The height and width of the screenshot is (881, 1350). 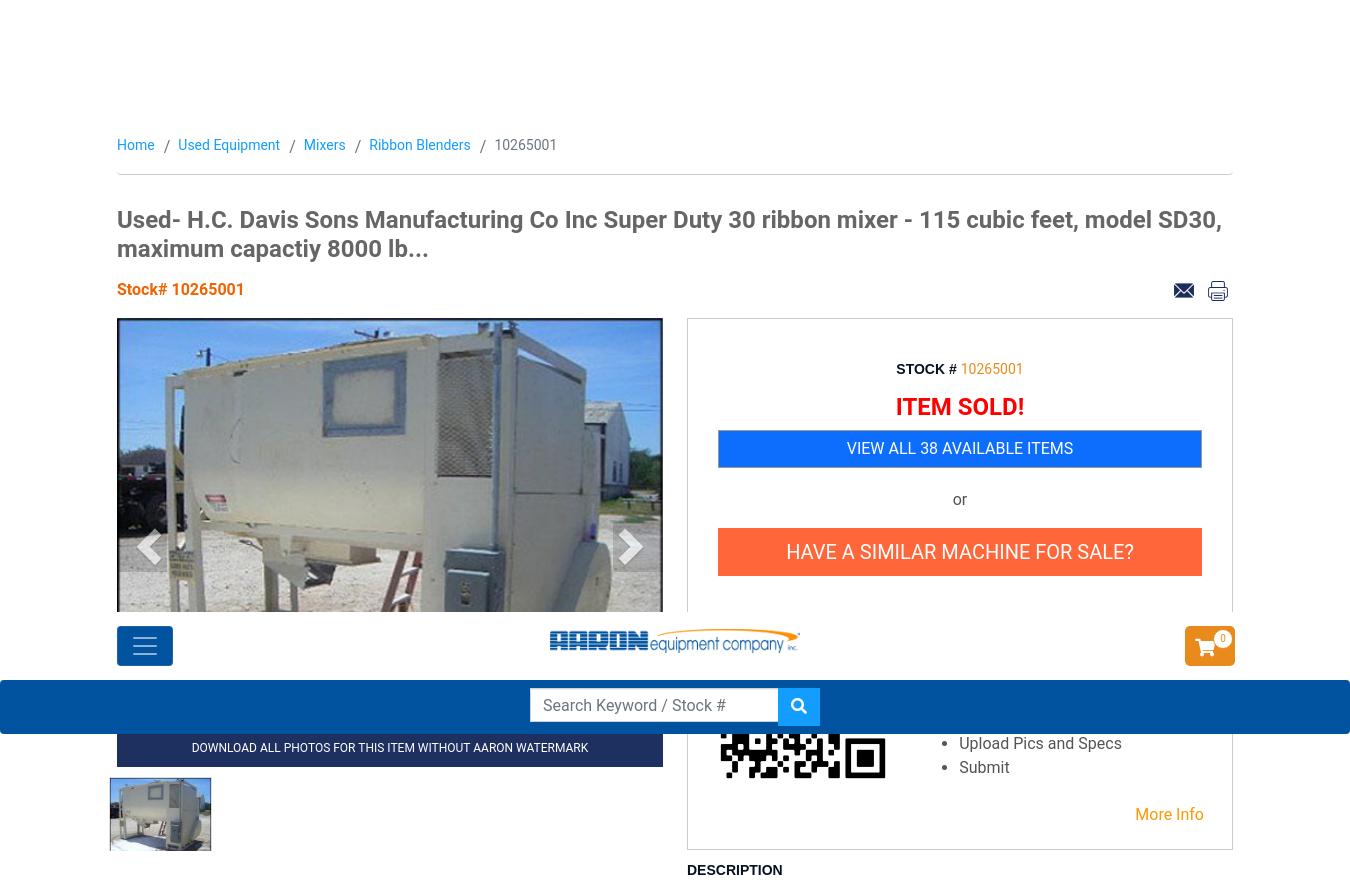 What do you see at coordinates (891, 569) in the screenshot?
I see `'What Some of Our Customers Have to Say About Us'` at bounding box center [891, 569].